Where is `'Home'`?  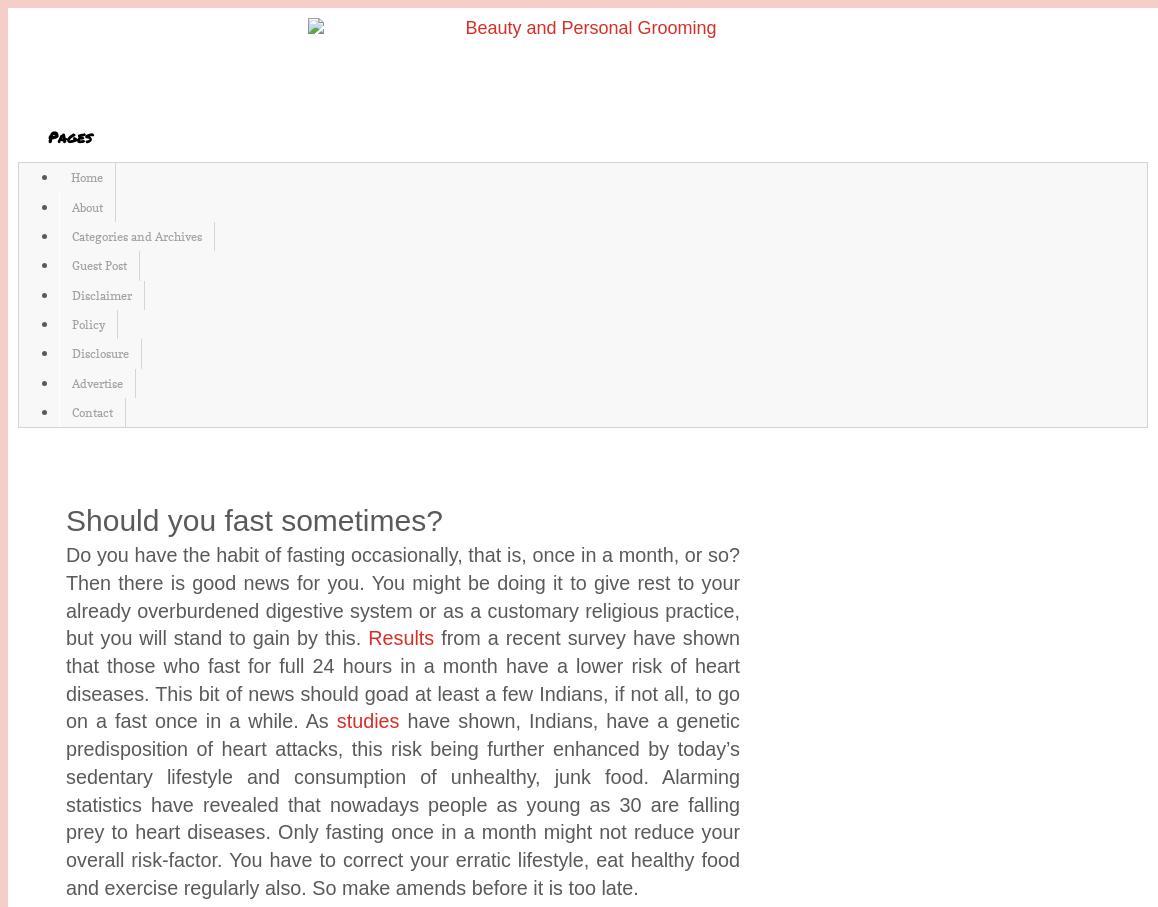
'Home' is located at coordinates (86, 176).